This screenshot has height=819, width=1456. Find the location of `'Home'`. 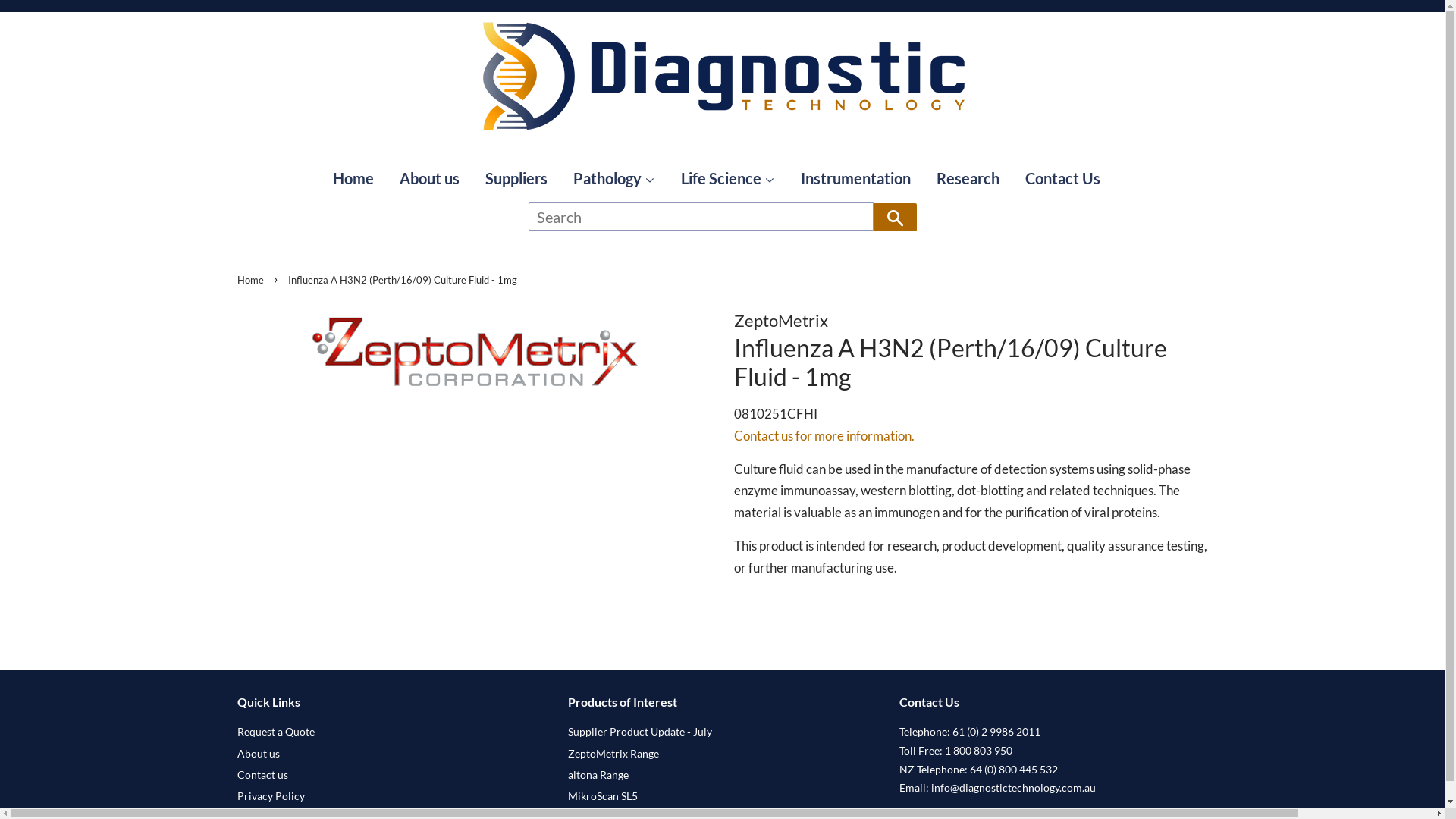

'Home' is located at coordinates (358, 177).